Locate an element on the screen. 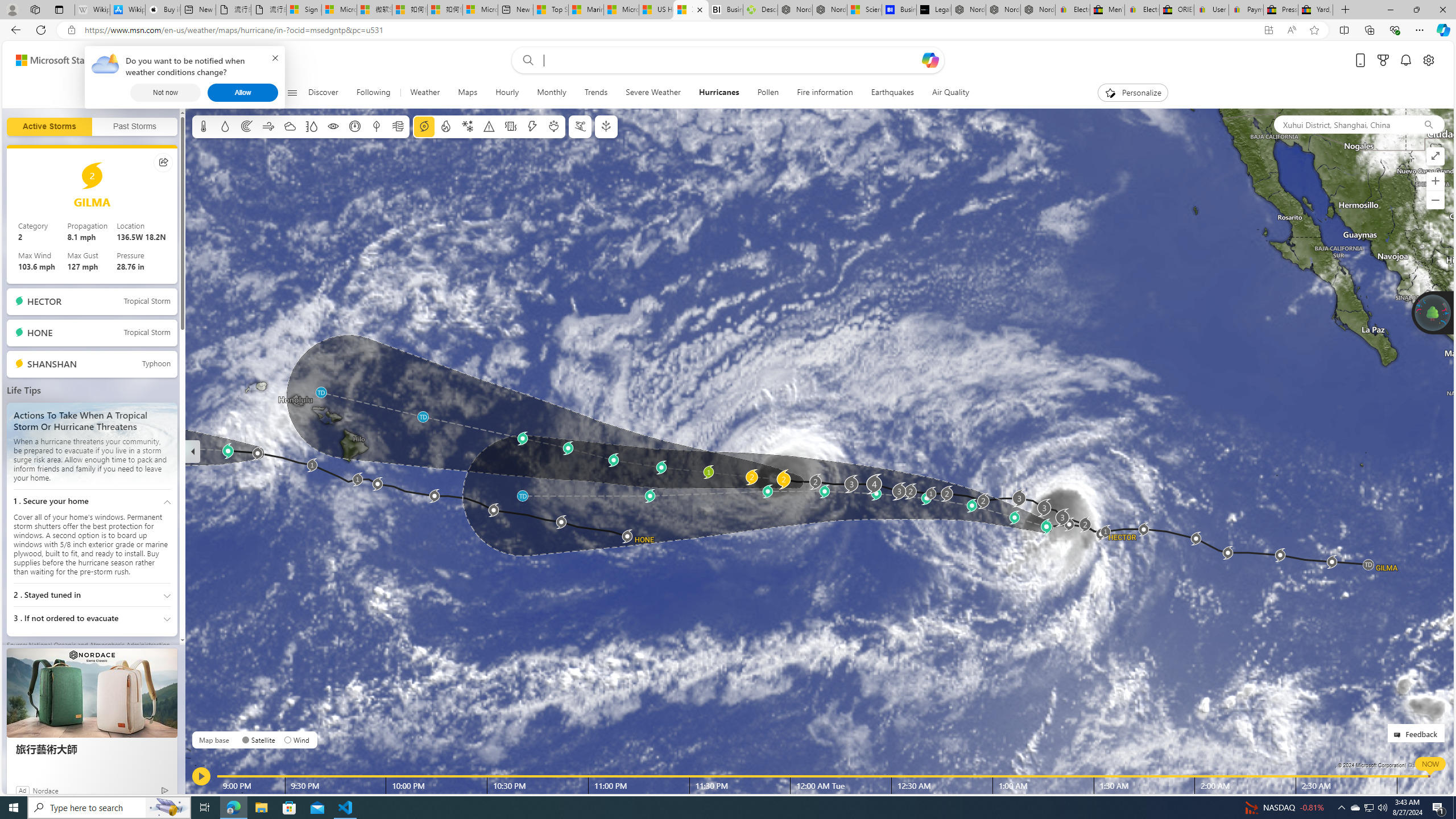 This screenshot has height=819, width=1456. 'Pollen' is located at coordinates (767, 92).